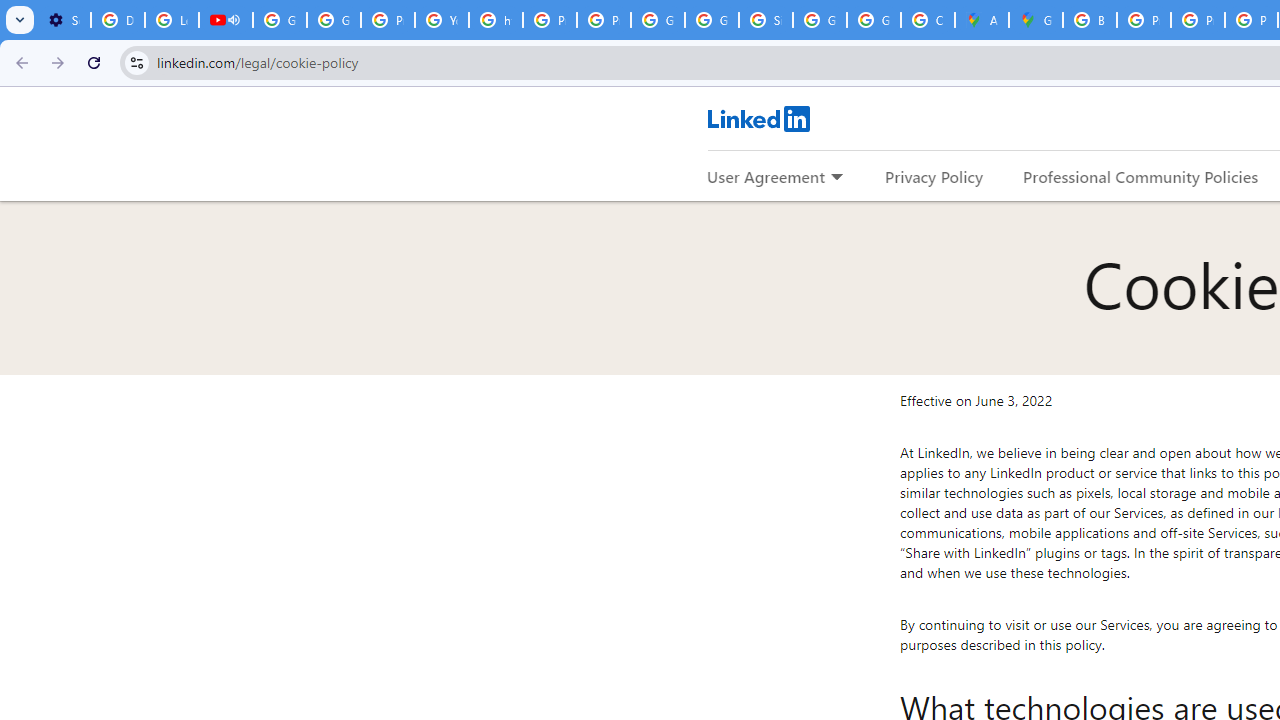  Describe the element at coordinates (757, 118) in the screenshot. I see `'LinkedIn Logo'` at that location.